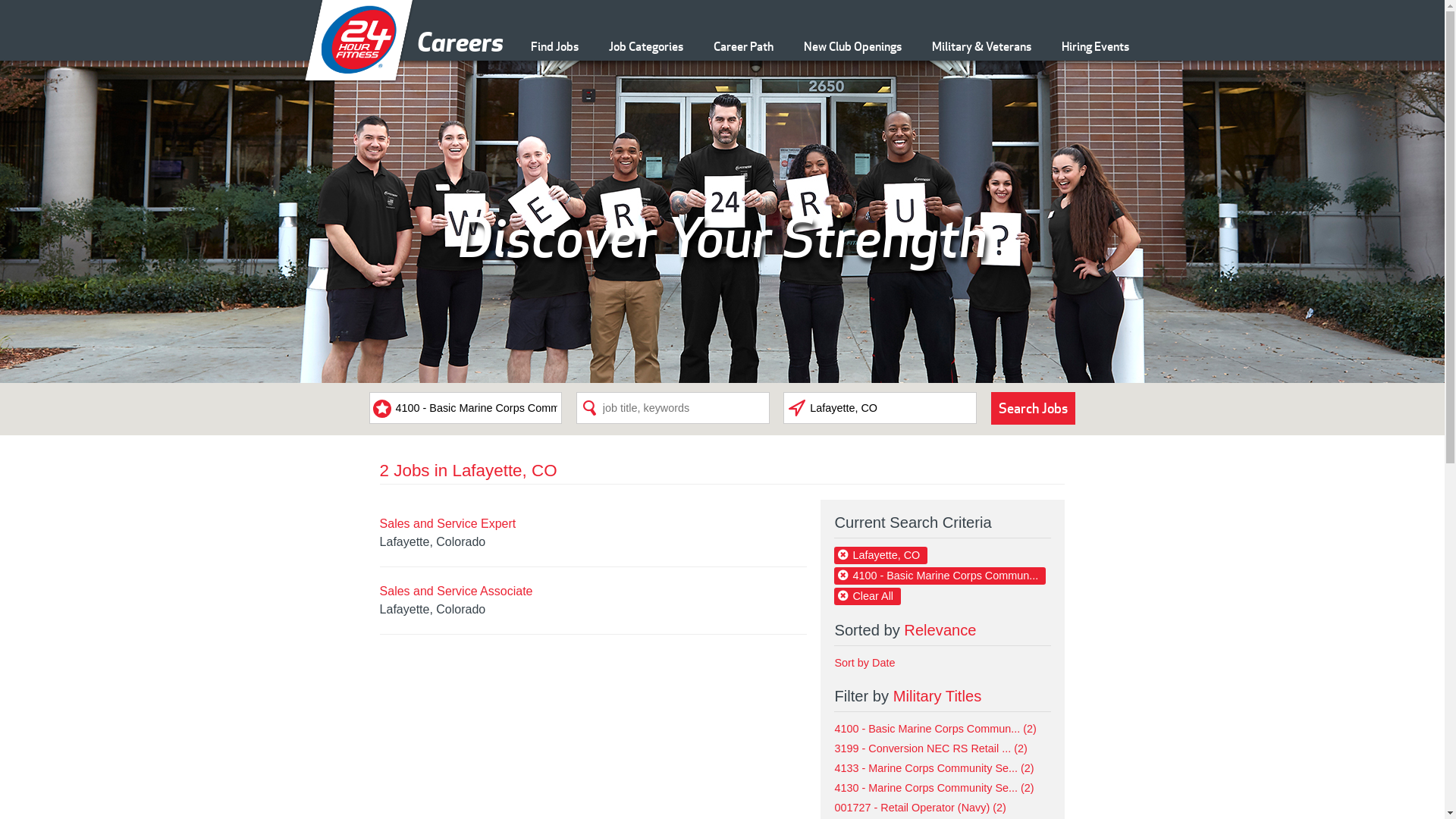 The height and width of the screenshot is (819, 1456). What do you see at coordinates (447, 522) in the screenshot?
I see `'Sales and Service Expert'` at bounding box center [447, 522].